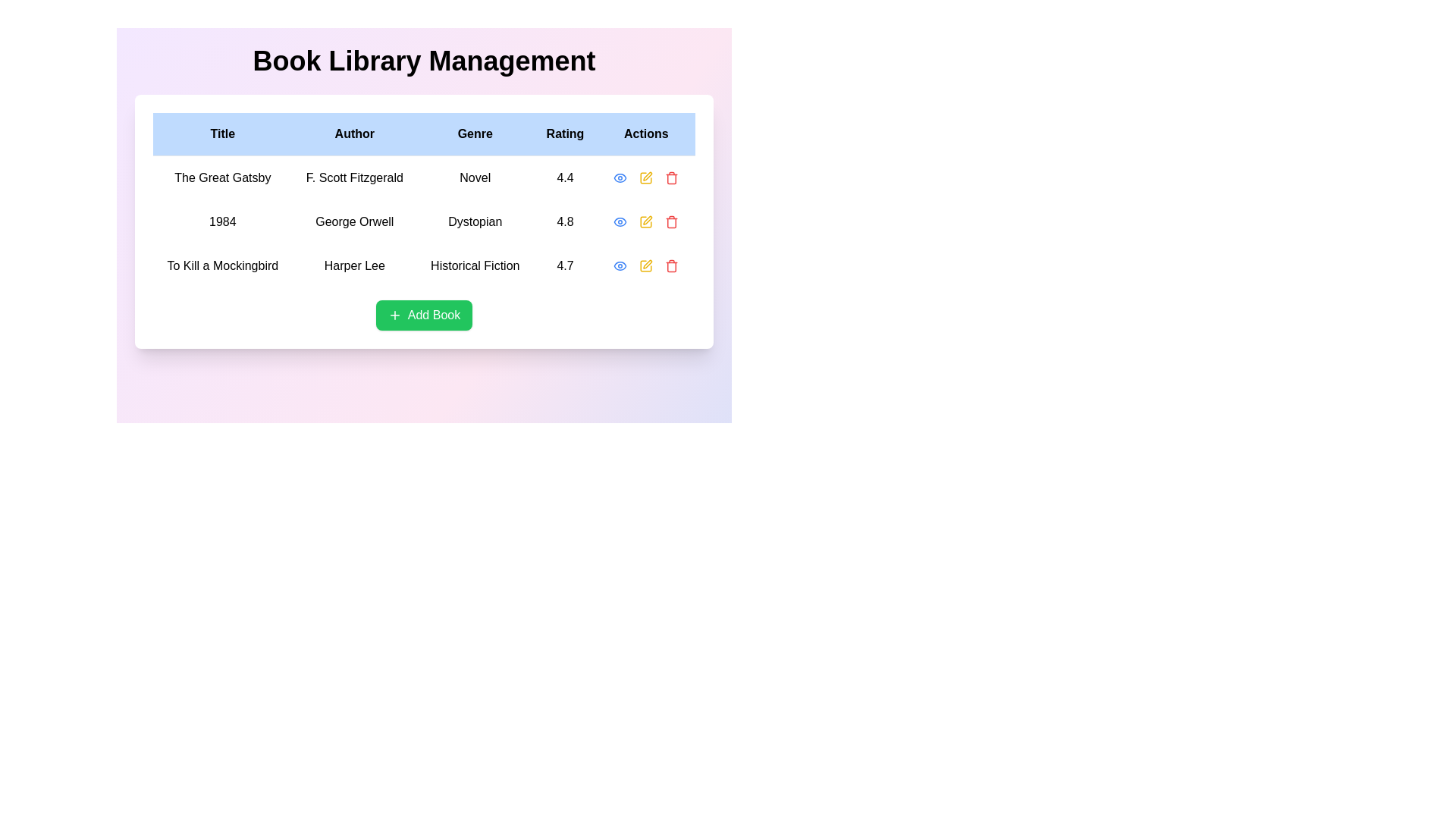 This screenshot has height=819, width=1456. What do you see at coordinates (353, 133) in the screenshot?
I see `the table header cell labeled 'Author', which is the second column header in the table with a light blue background and bold black text` at bounding box center [353, 133].